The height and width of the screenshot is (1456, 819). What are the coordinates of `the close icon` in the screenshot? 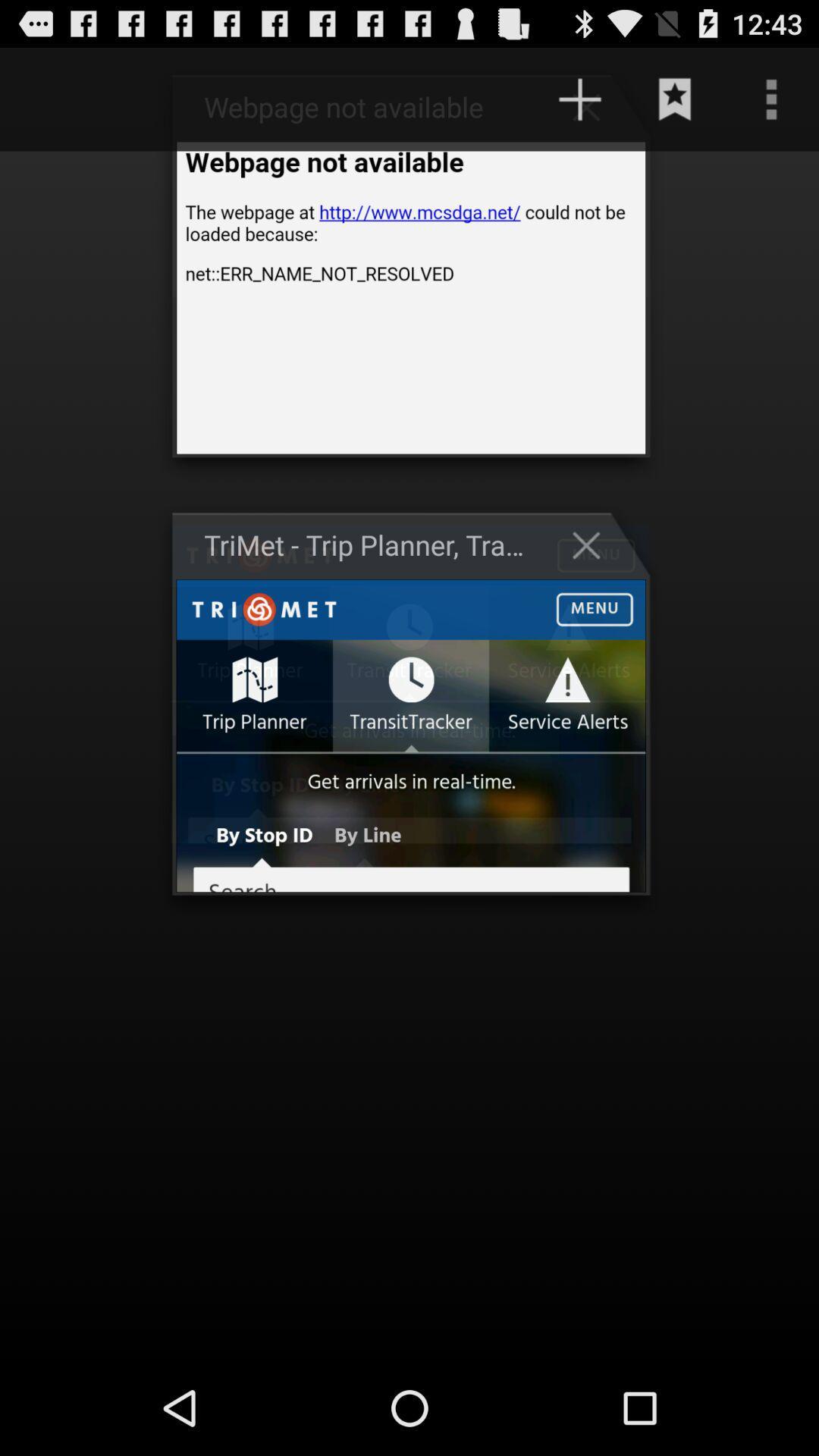 It's located at (593, 582).